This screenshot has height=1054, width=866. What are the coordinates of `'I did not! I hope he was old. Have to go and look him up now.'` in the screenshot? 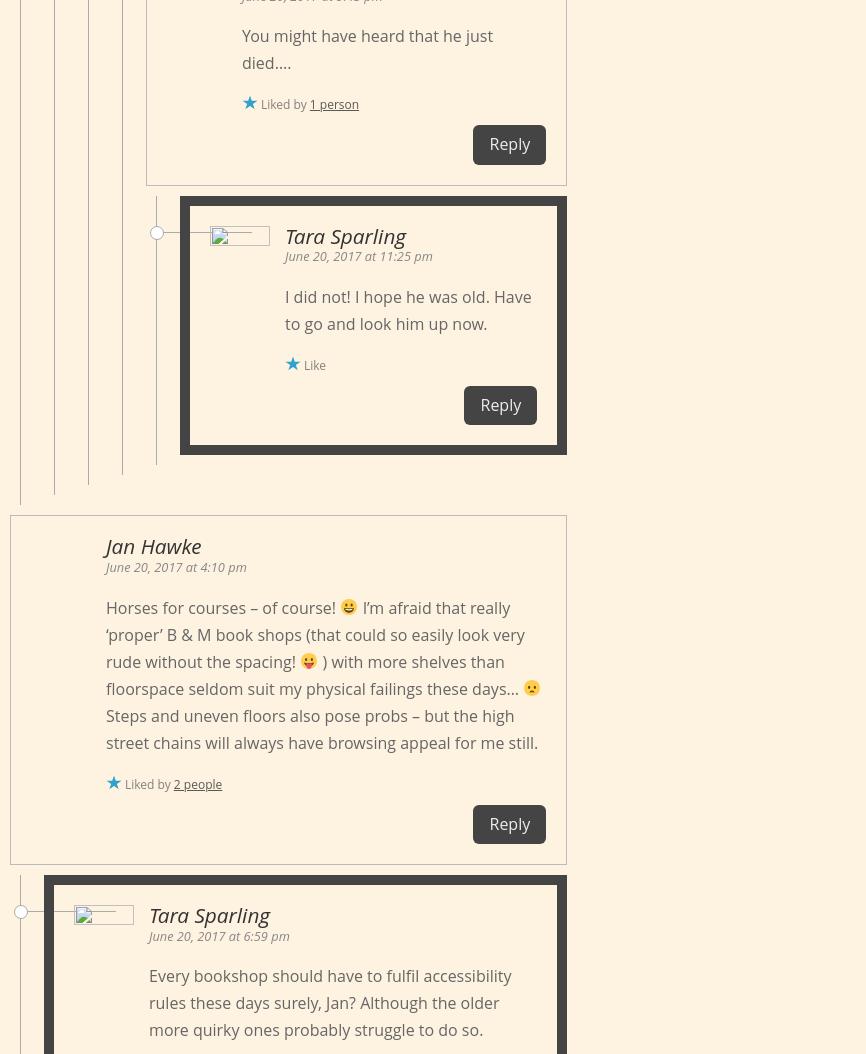 It's located at (284, 309).